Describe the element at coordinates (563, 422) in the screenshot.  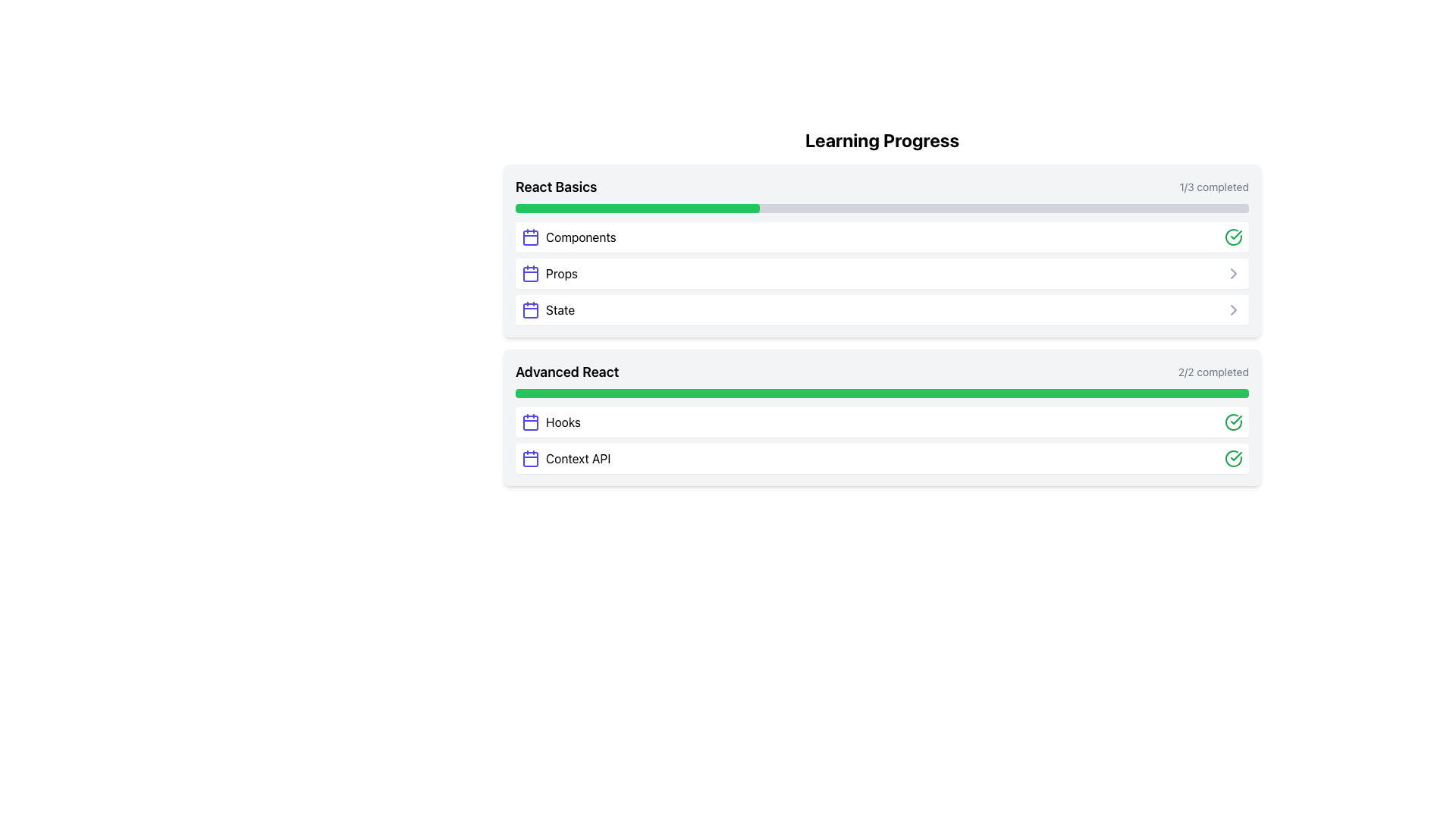
I see `the text label 'Hooks', which is styled in black and positioned next to a blue calendar icon under the 'Advanced React' section` at that location.